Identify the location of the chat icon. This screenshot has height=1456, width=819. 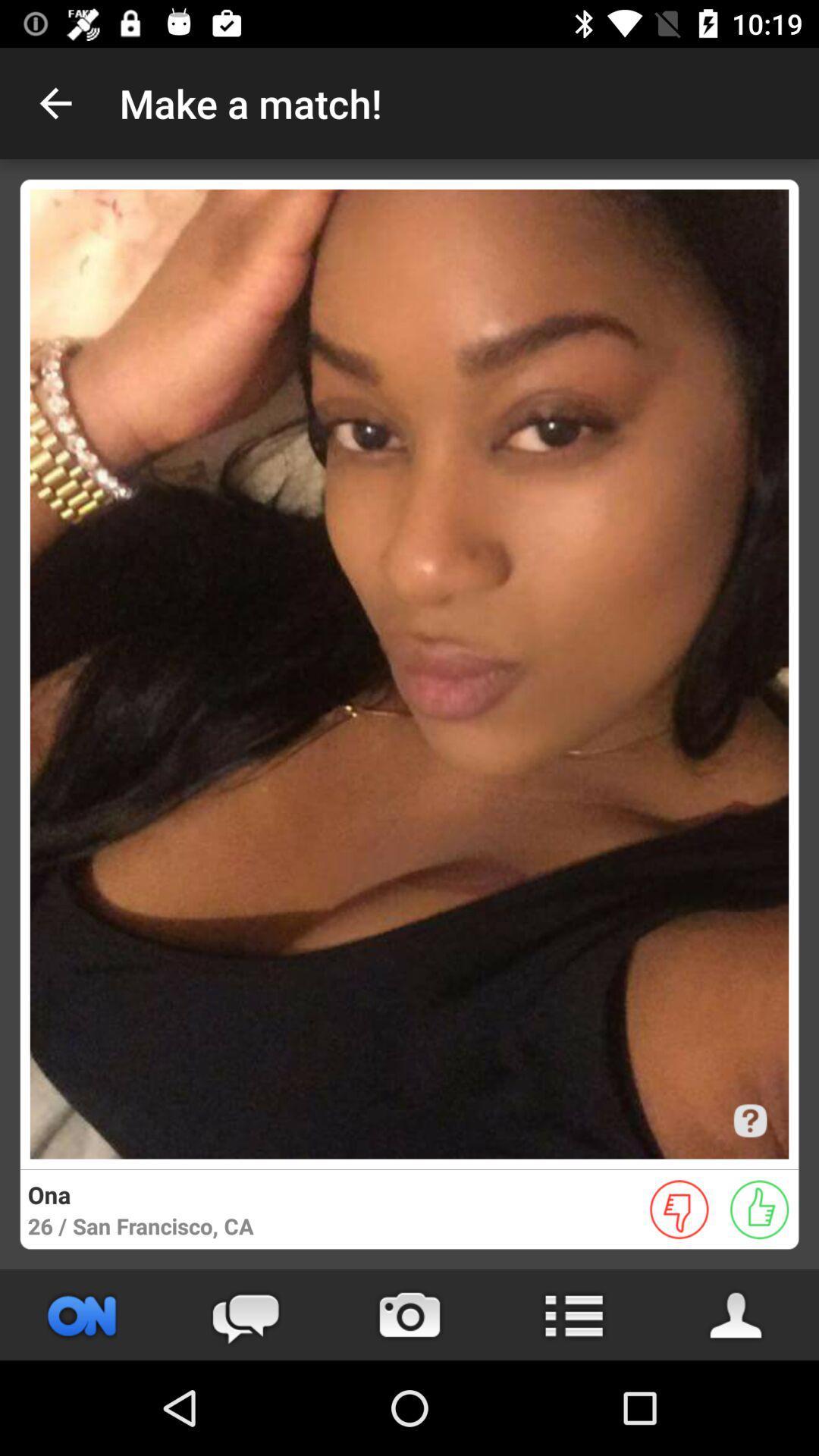
(245, 1314).